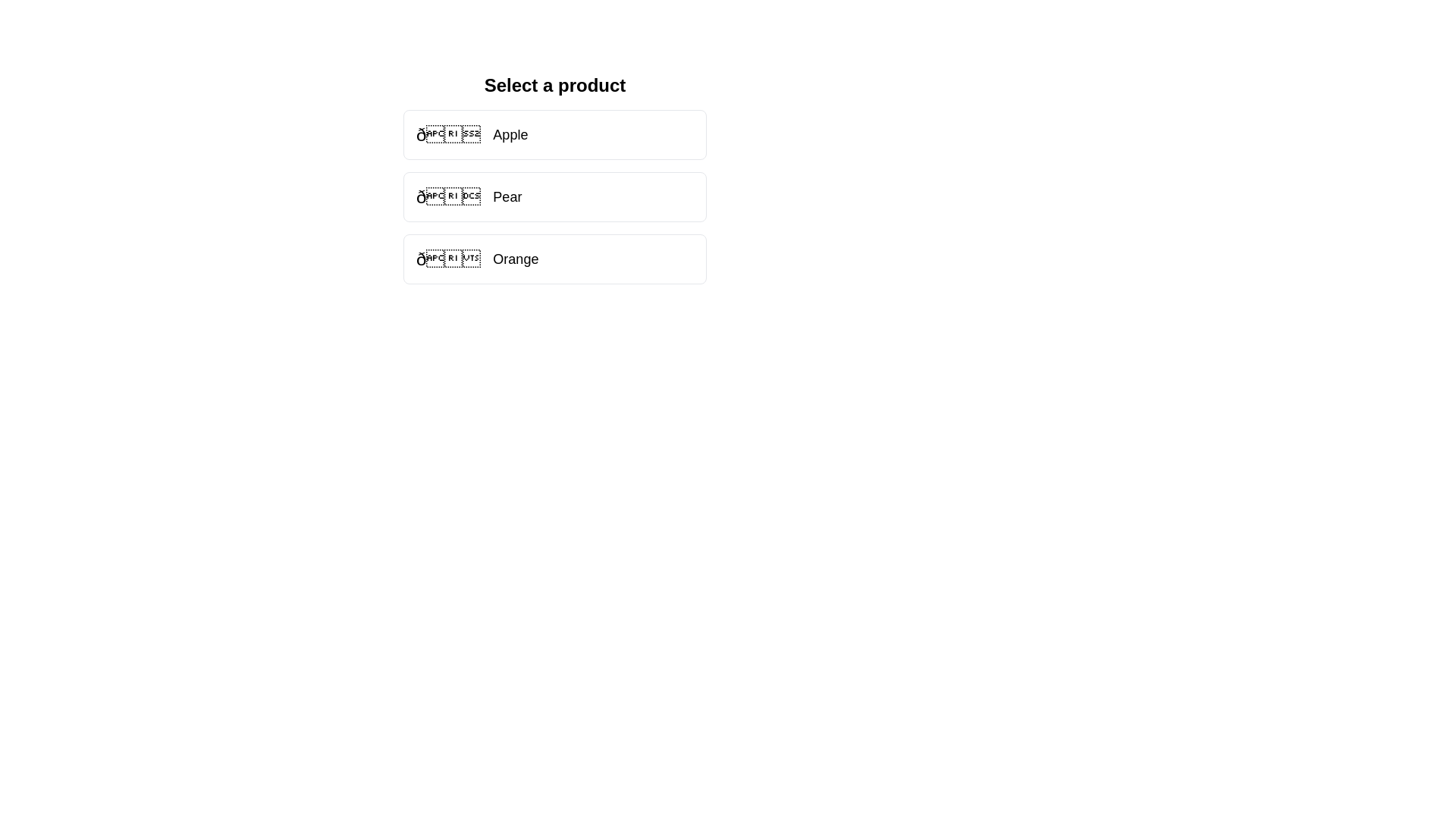  What do you see at coordinates (516, 259) in the screenshot?
I see `the text label 'Orange' which is styled in a large medium-weight font, located in the third row of the product selection list, next to the orange emoji` at bounding box center [516, 259].